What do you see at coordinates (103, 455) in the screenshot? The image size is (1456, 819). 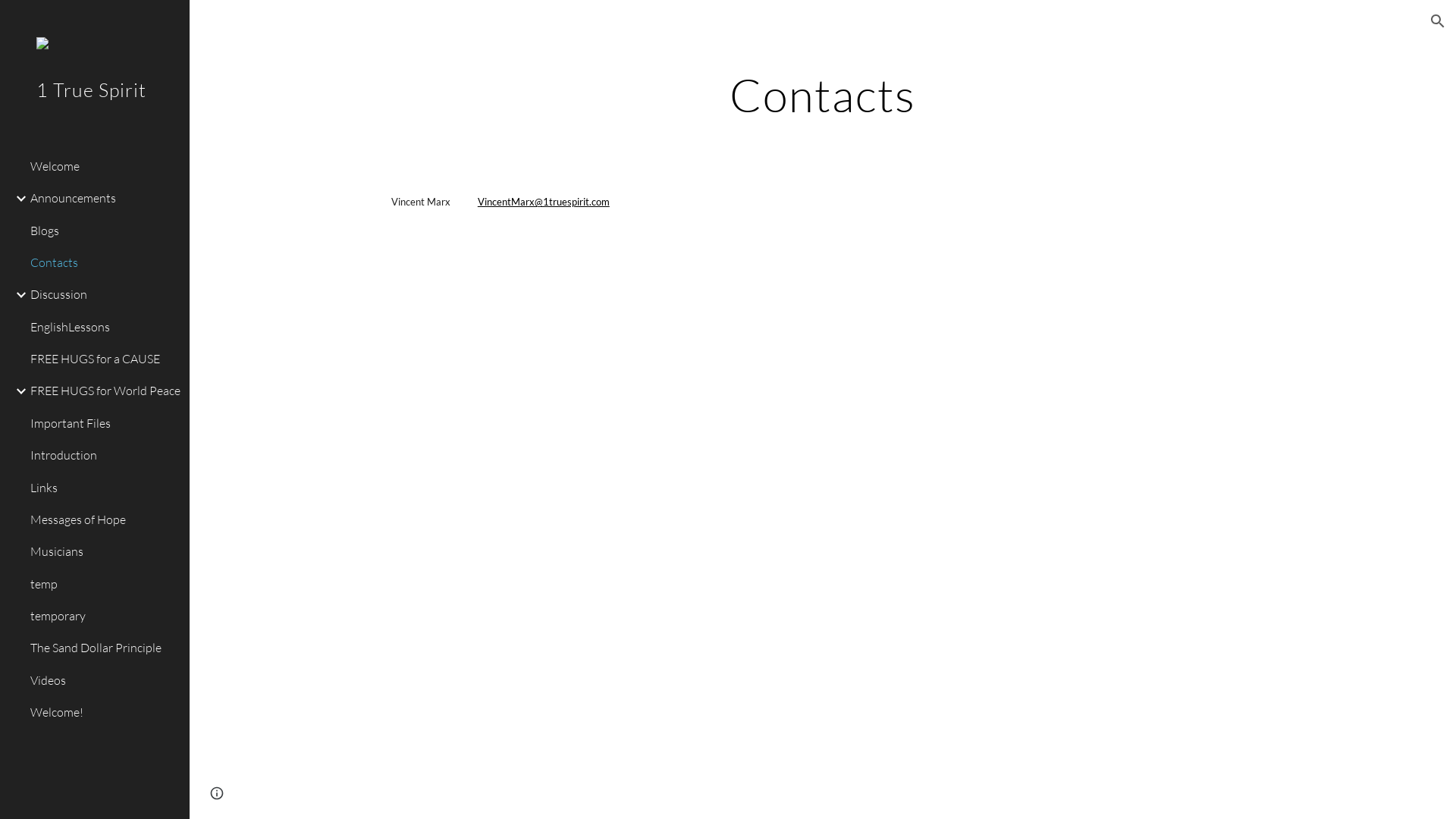 I see `'Introduction'` at bounding box center [103, 455].